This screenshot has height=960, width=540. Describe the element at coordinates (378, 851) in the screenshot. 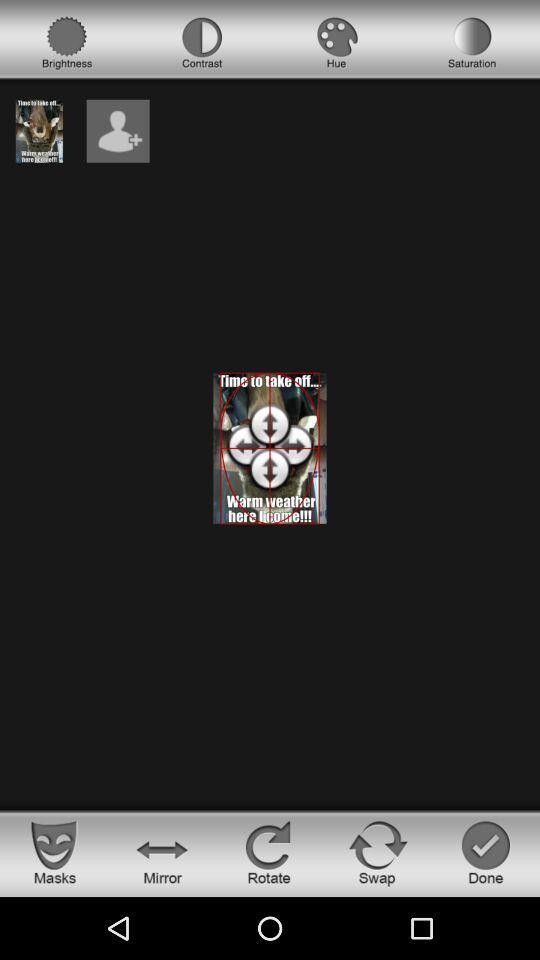

I see `swap image position` at that location.